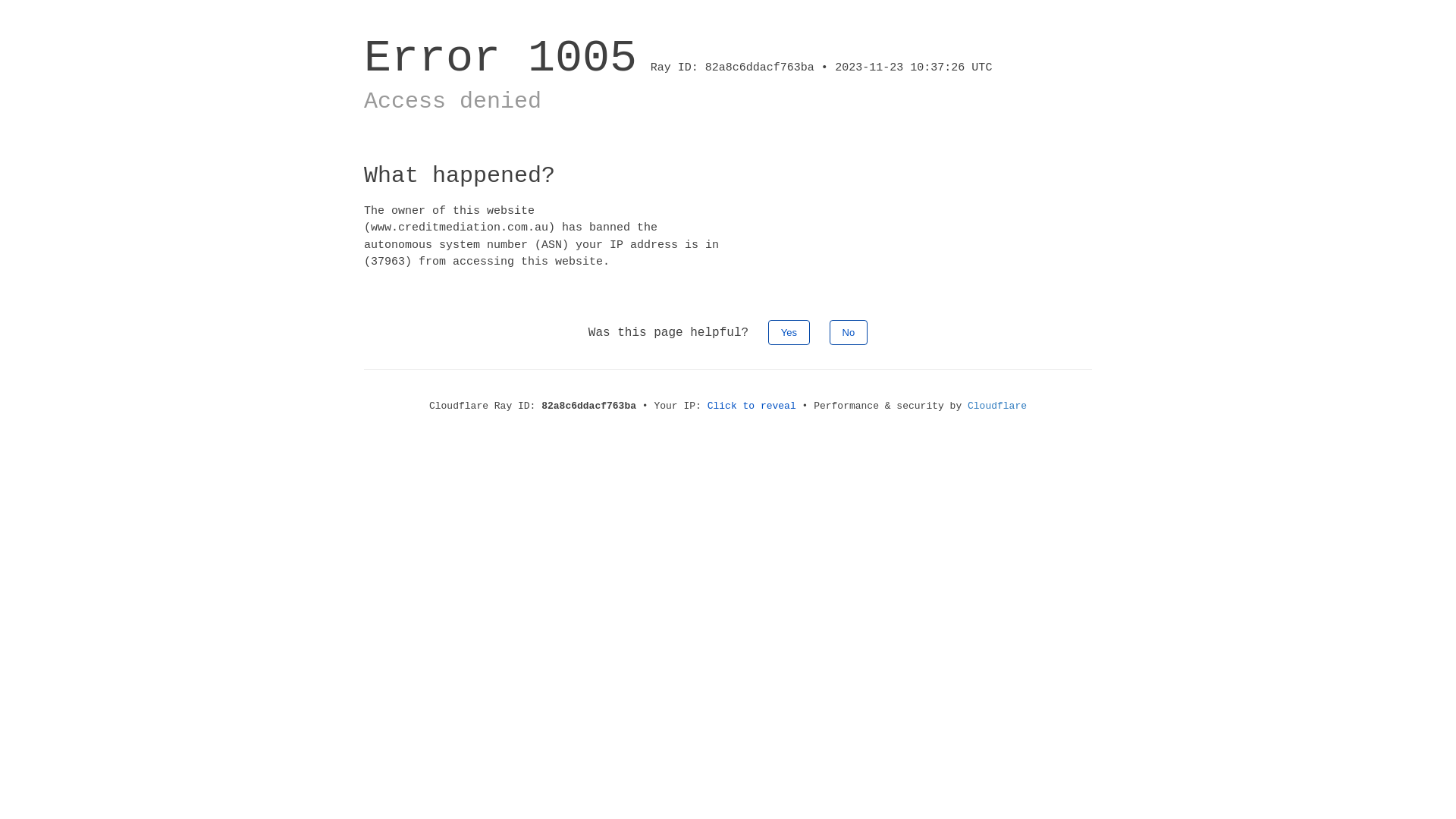  What do you see at coordinates (752, 405) in the screenshot?
I see `'Click to reveal'` at bounding box center [752, 405].